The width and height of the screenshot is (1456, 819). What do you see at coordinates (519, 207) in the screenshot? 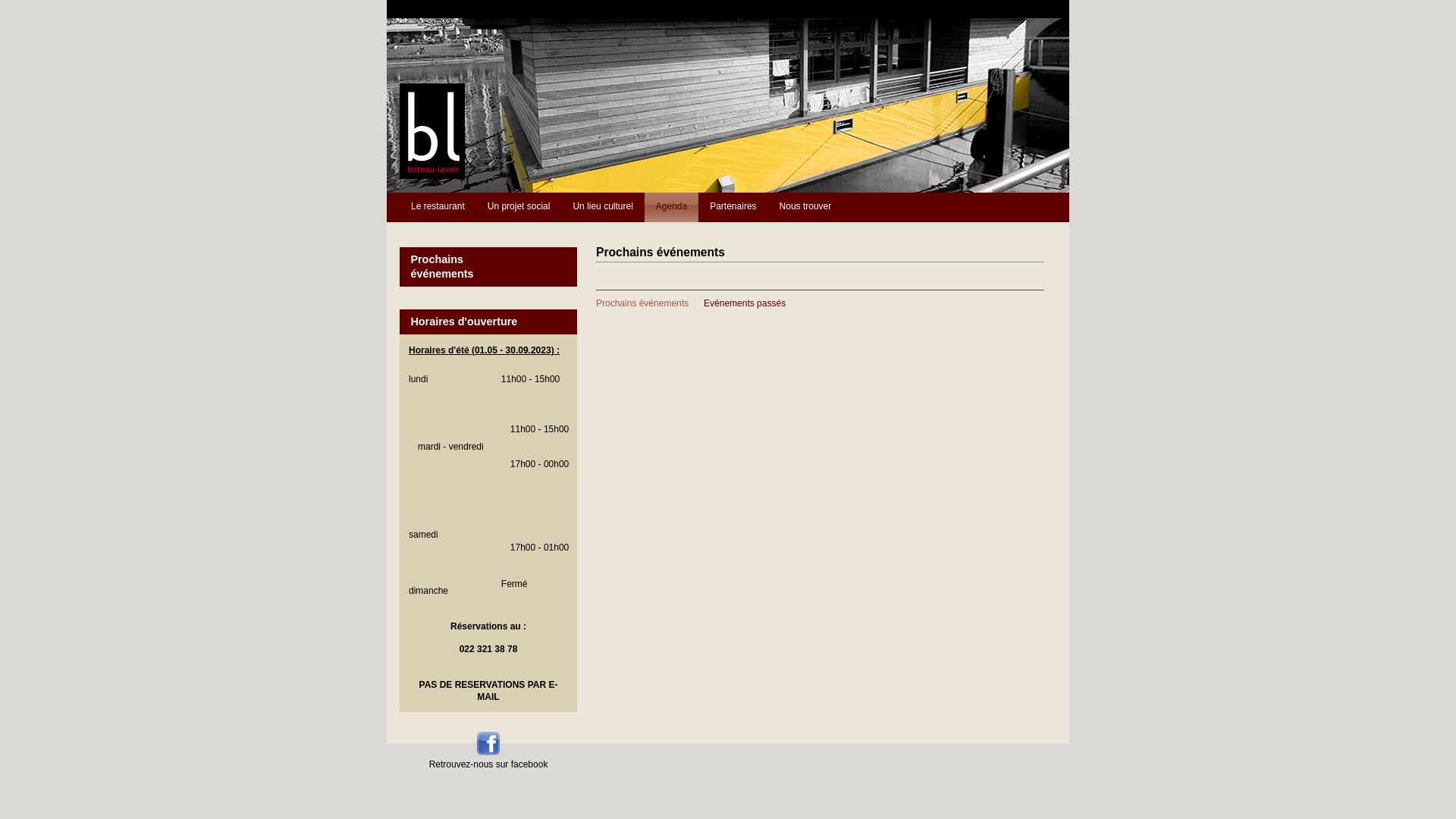
I see `'Un projet social'` at bounding box center [519, 207].